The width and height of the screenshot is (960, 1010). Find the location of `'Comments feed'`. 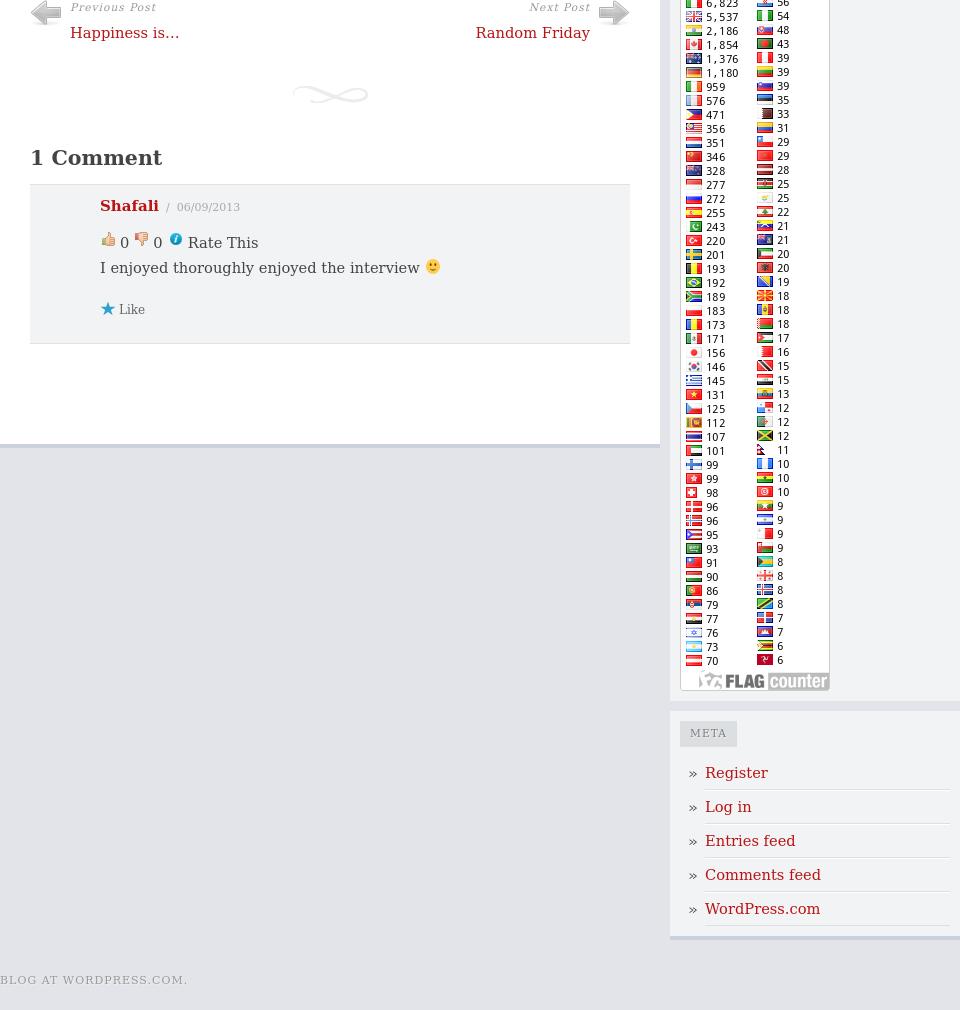

'Comments feed' is located at coordinates (762, 874).